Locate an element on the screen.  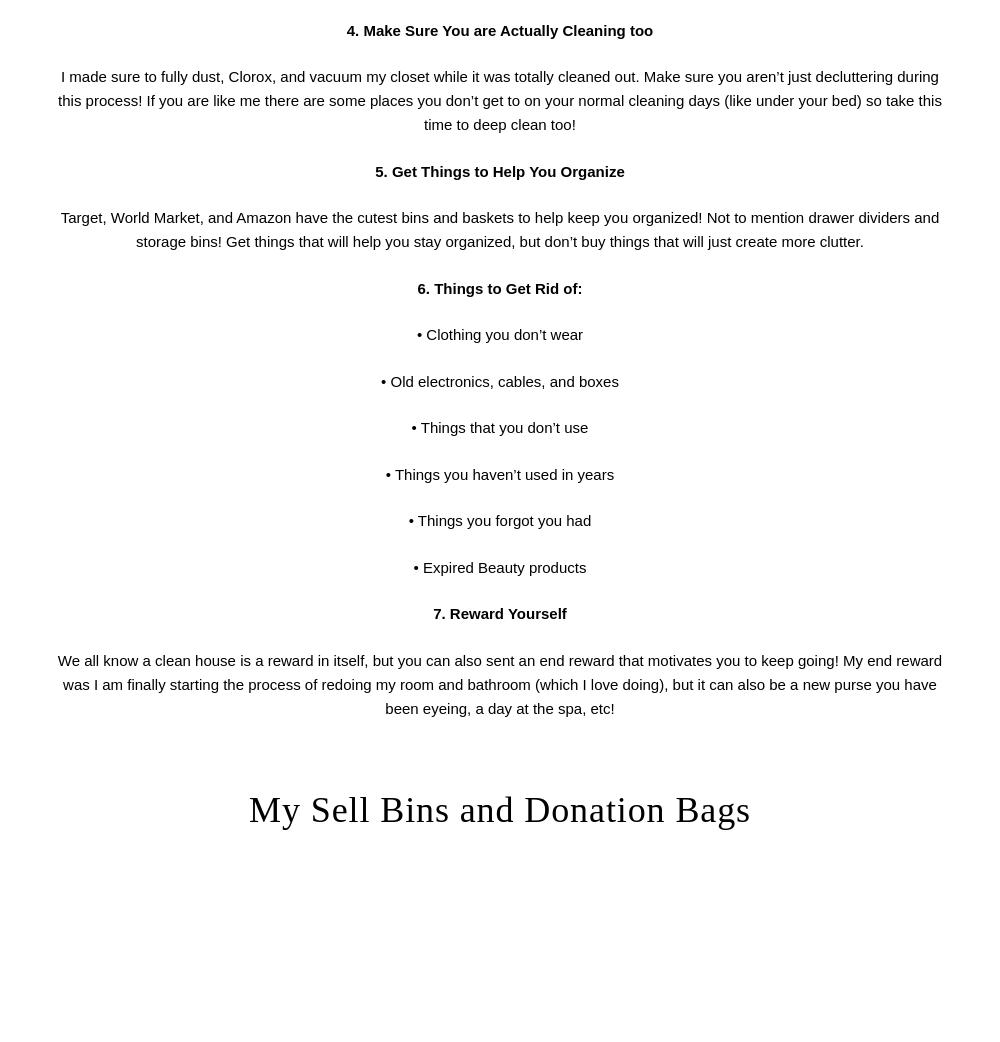
'We all know a clean house is a reward in itself, but you can also sent an end reward that motivates you to keep going! My end reward was I am finally starting the process of redoing my room and bathroom (which I love doing), but it can also be a new purse you have been eyeing, a day at the spa, etc!' is located at coordinates (498, 683).